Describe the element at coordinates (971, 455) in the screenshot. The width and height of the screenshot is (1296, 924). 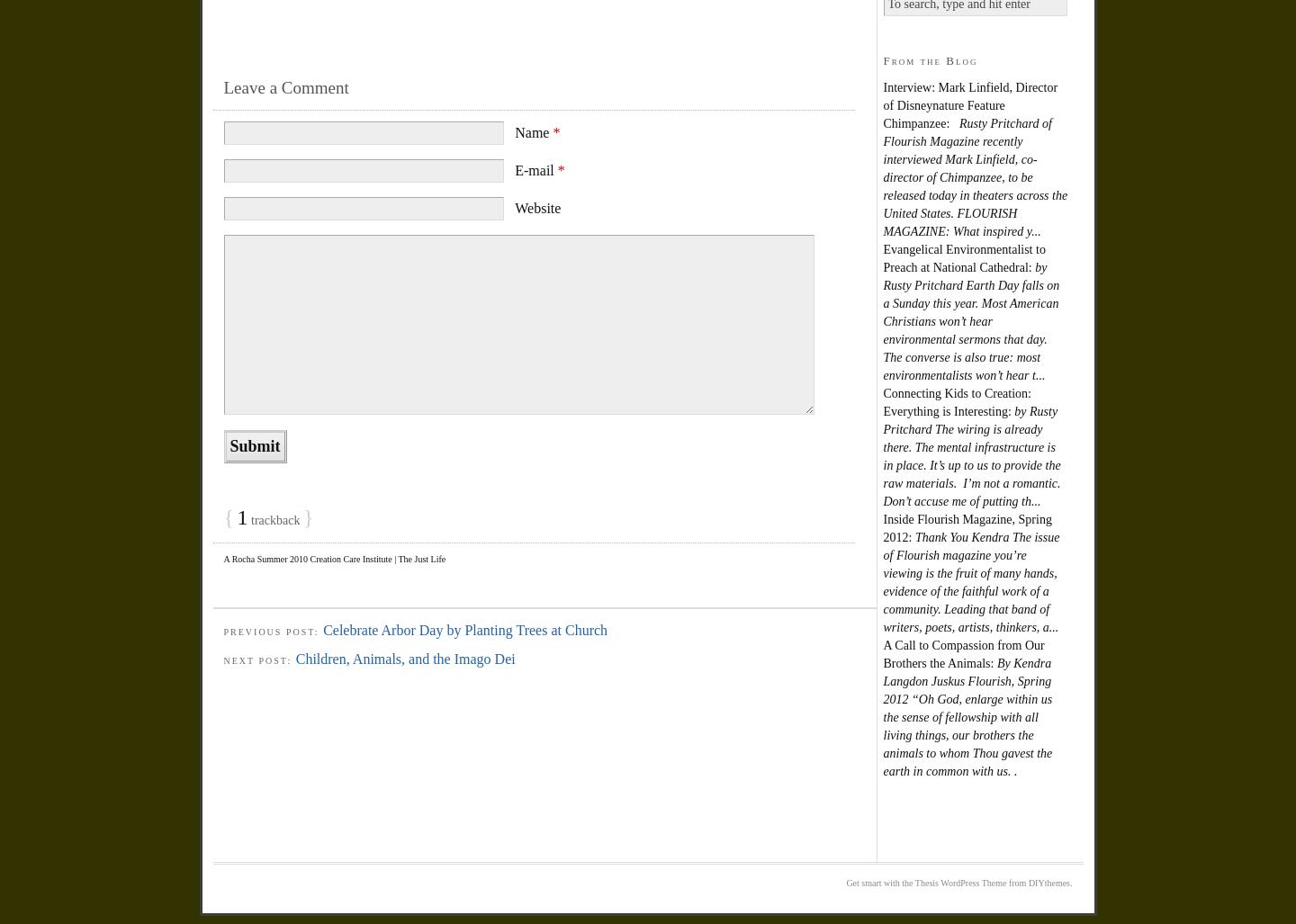
I see `'by Rusty Pritchard The wiring is already there. The mental infrastructure is in place. It’s up to us to provide the raw materials.  I’m not a romantic. Don’t accuse me of putting th...'` at that location.